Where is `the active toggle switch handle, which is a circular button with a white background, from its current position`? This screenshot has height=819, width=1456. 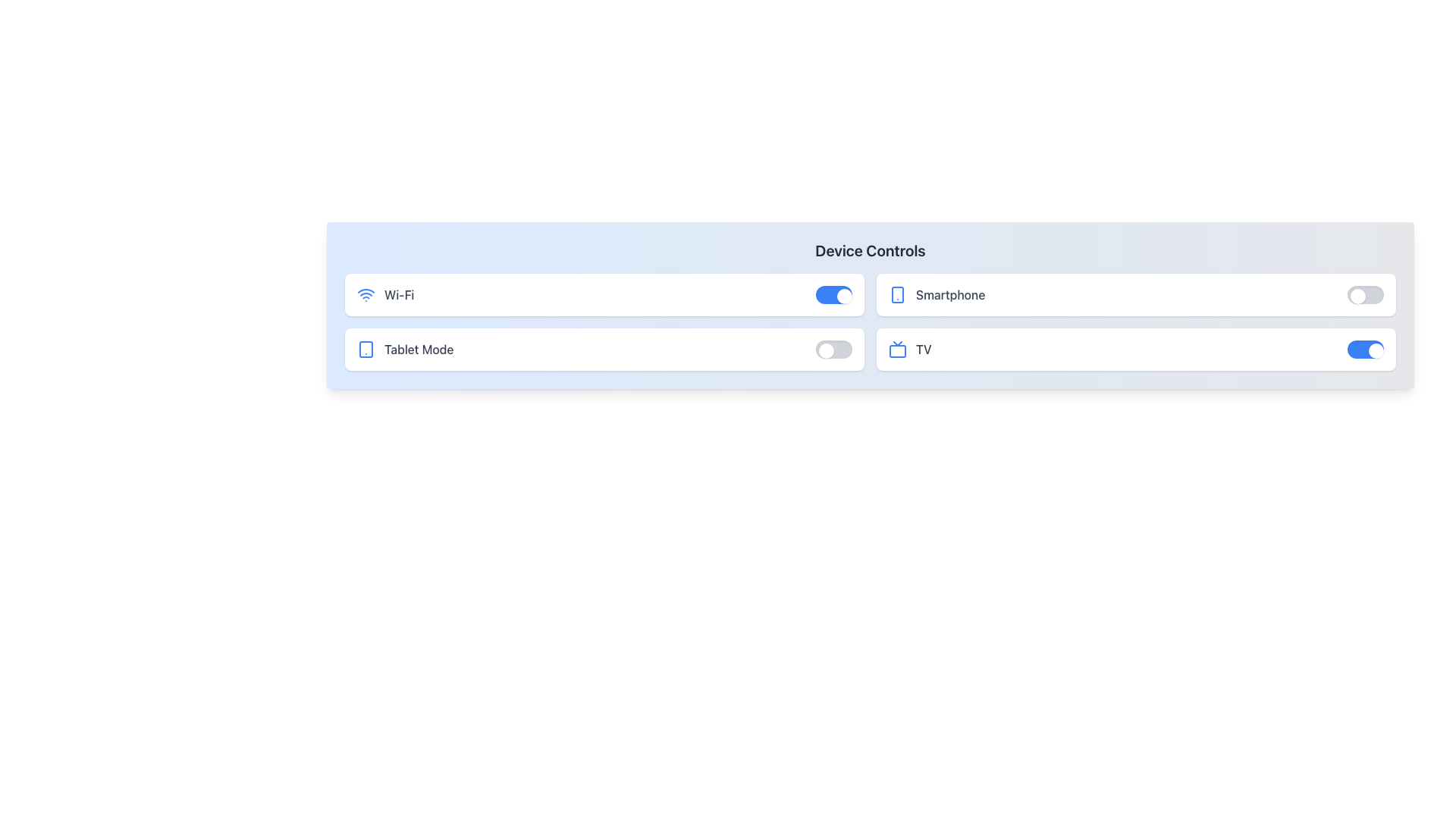
the active toggle switch handle, which is a circular button with a white background, from its current position is located at coordinates (1357, 296).